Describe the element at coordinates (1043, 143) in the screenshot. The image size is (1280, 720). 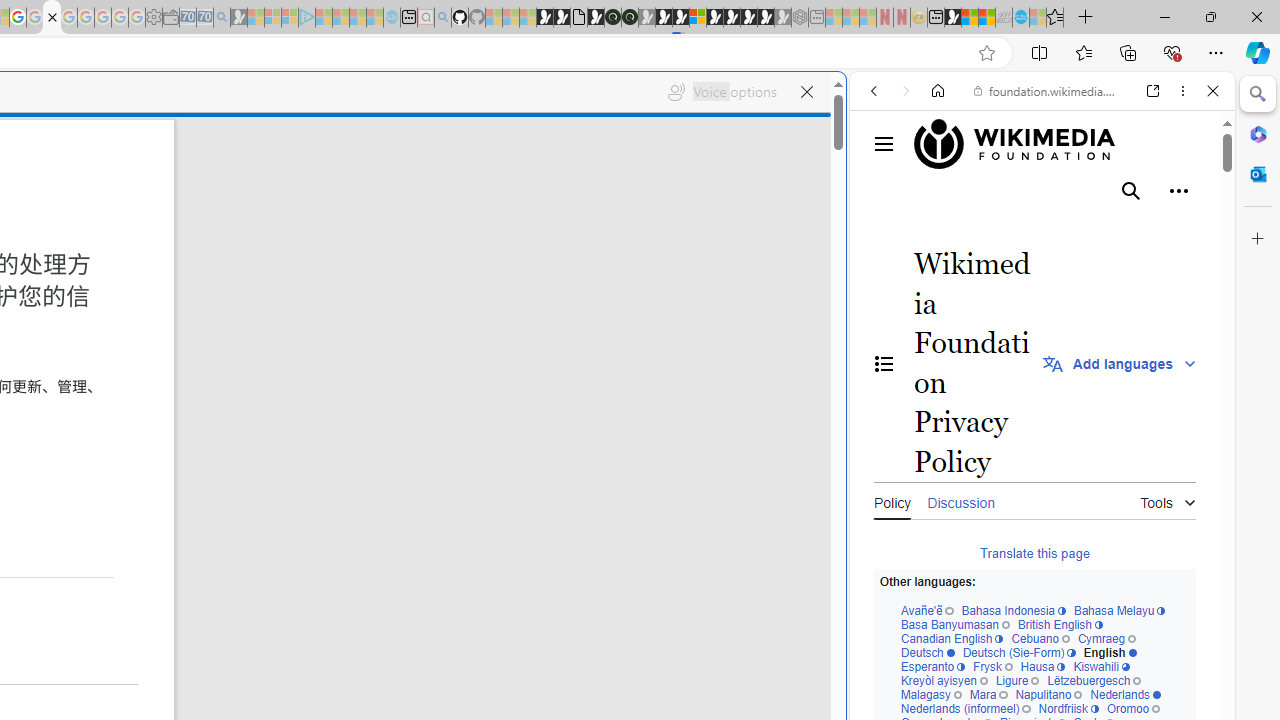
I see `'Wikimedia Foundation Governance Wiki'` at that location.